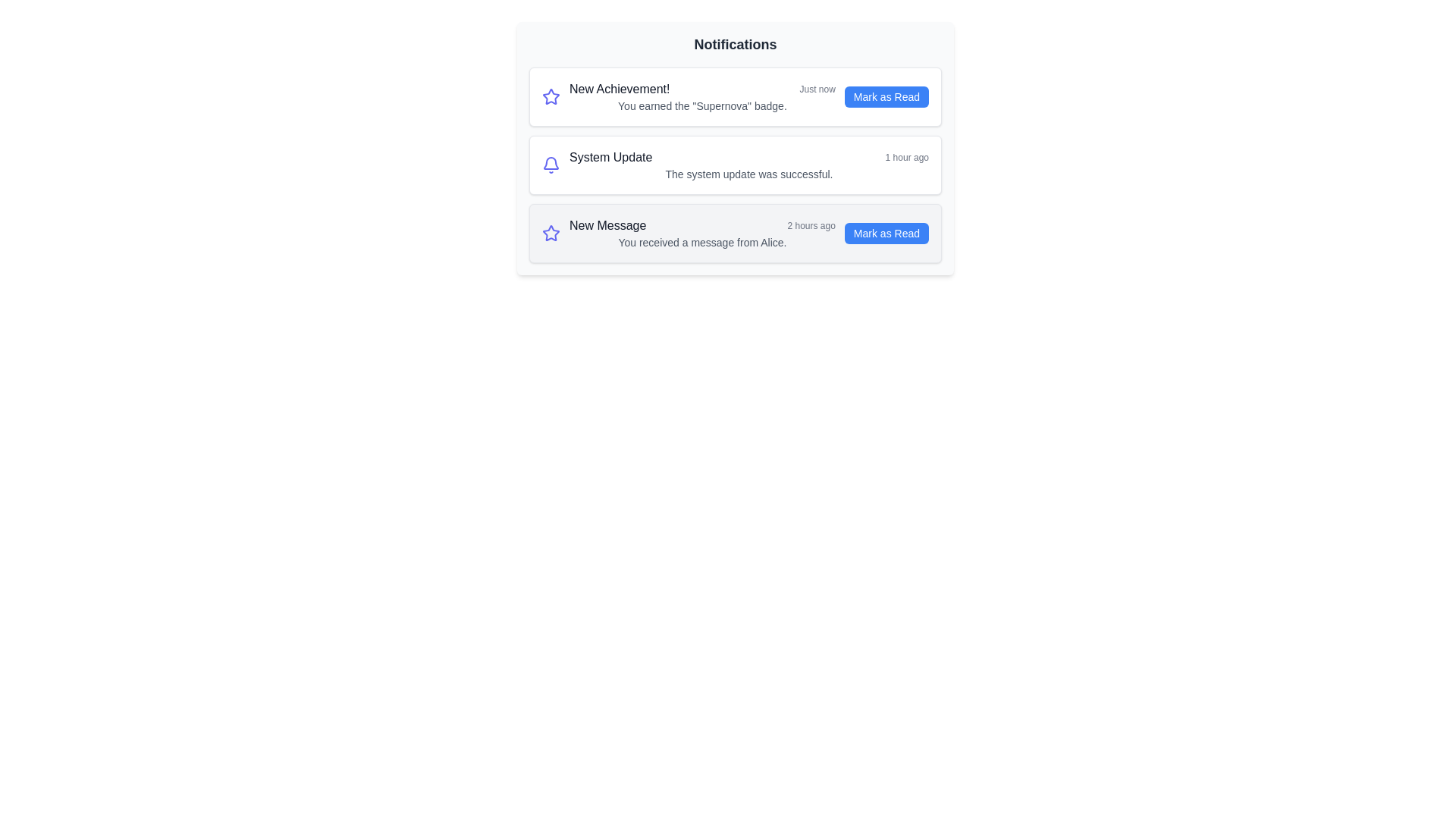 This screenshot has width=1456, height=819. Describe the element at coordinates (886, 234) in the screenshot. I see `the blue 'Mark as Read' button with rounded corners in the rightmost position of the 'New Message' notification card to mark the notification as read` at that location.